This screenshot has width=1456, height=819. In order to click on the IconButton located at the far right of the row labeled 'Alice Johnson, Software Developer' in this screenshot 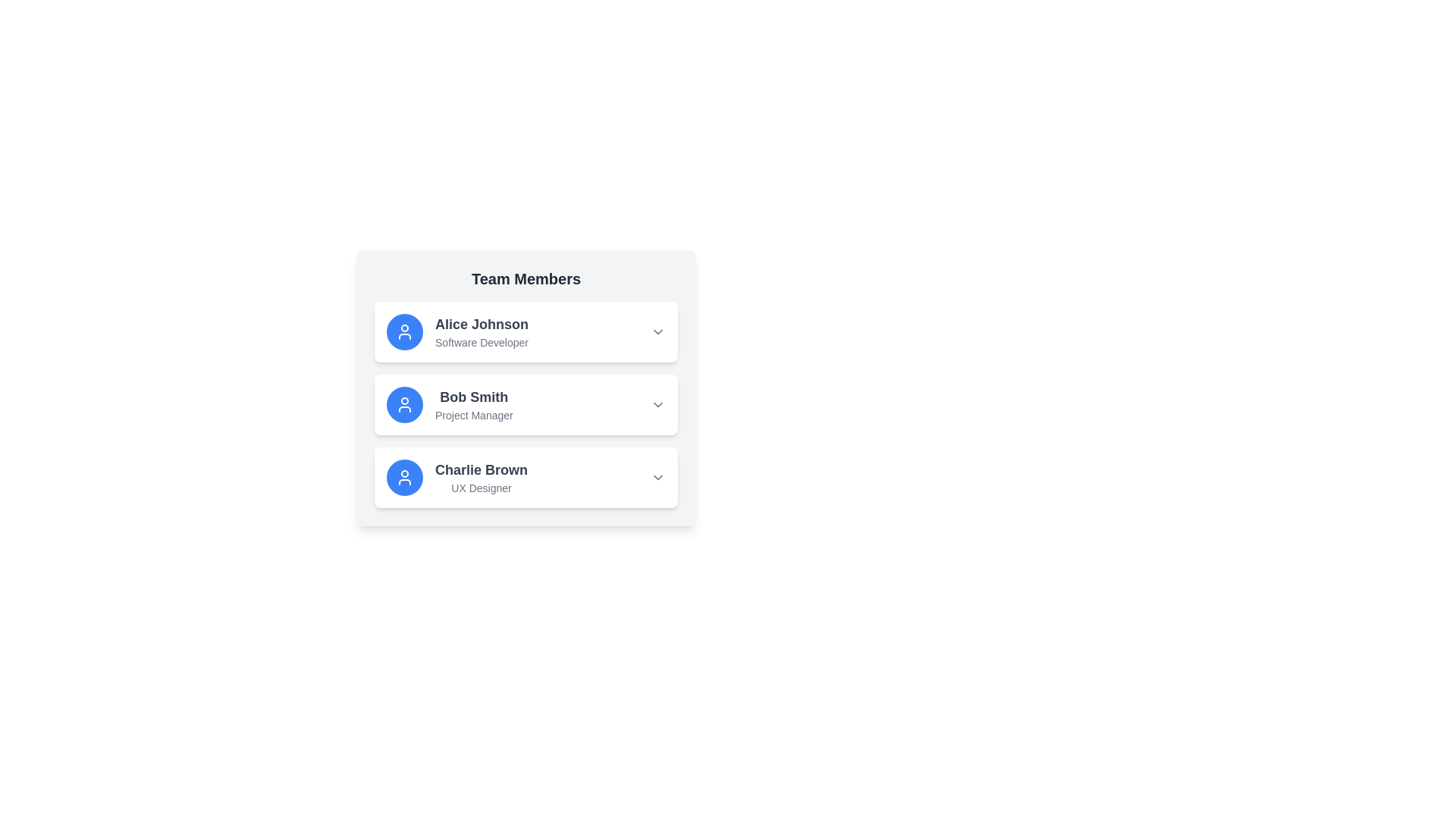, I will do `click(658, 331)`.